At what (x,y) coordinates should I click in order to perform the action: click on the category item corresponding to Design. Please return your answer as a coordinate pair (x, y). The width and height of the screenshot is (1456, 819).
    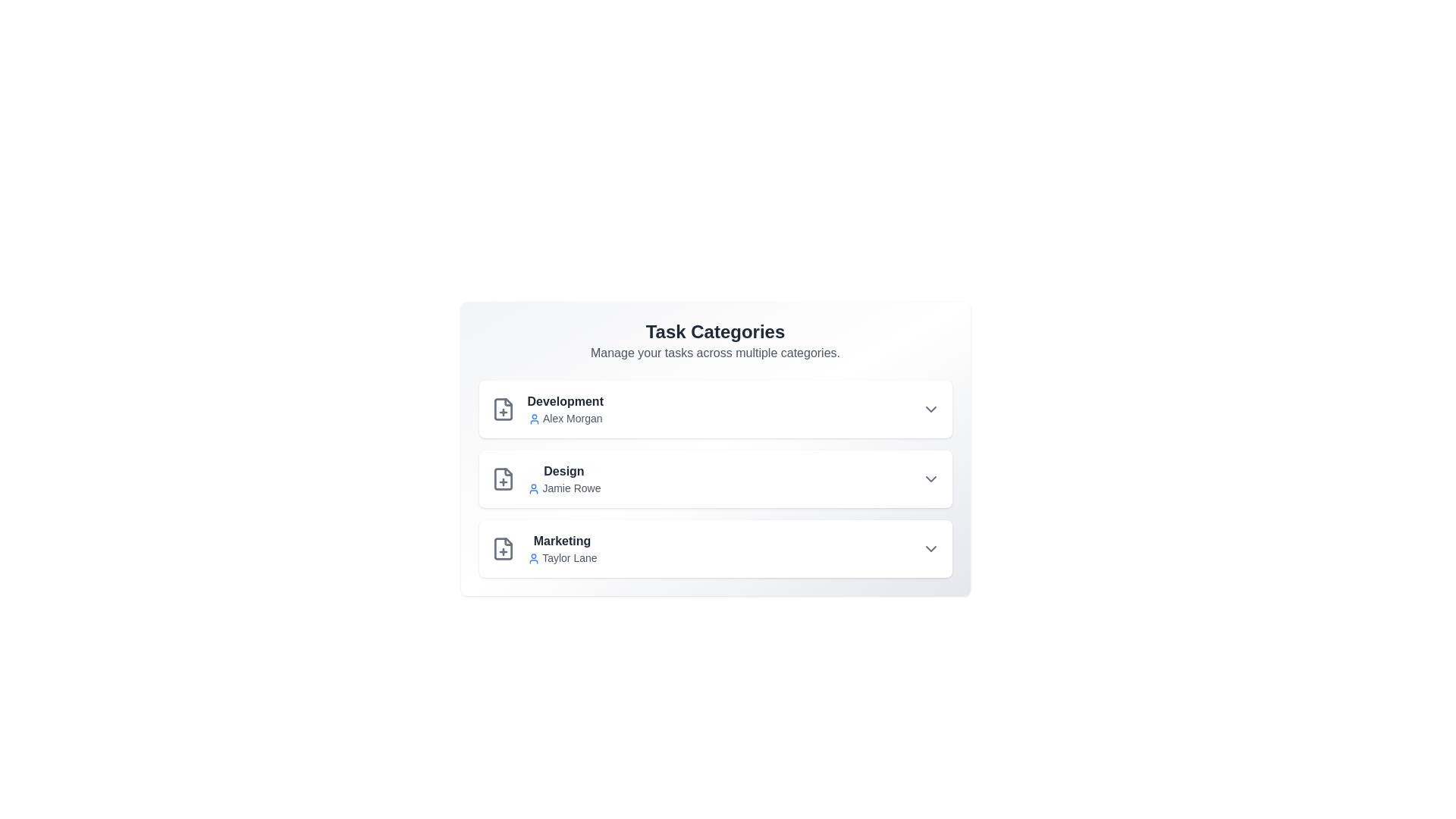
    Looking at the image, I should click on (714, 479).